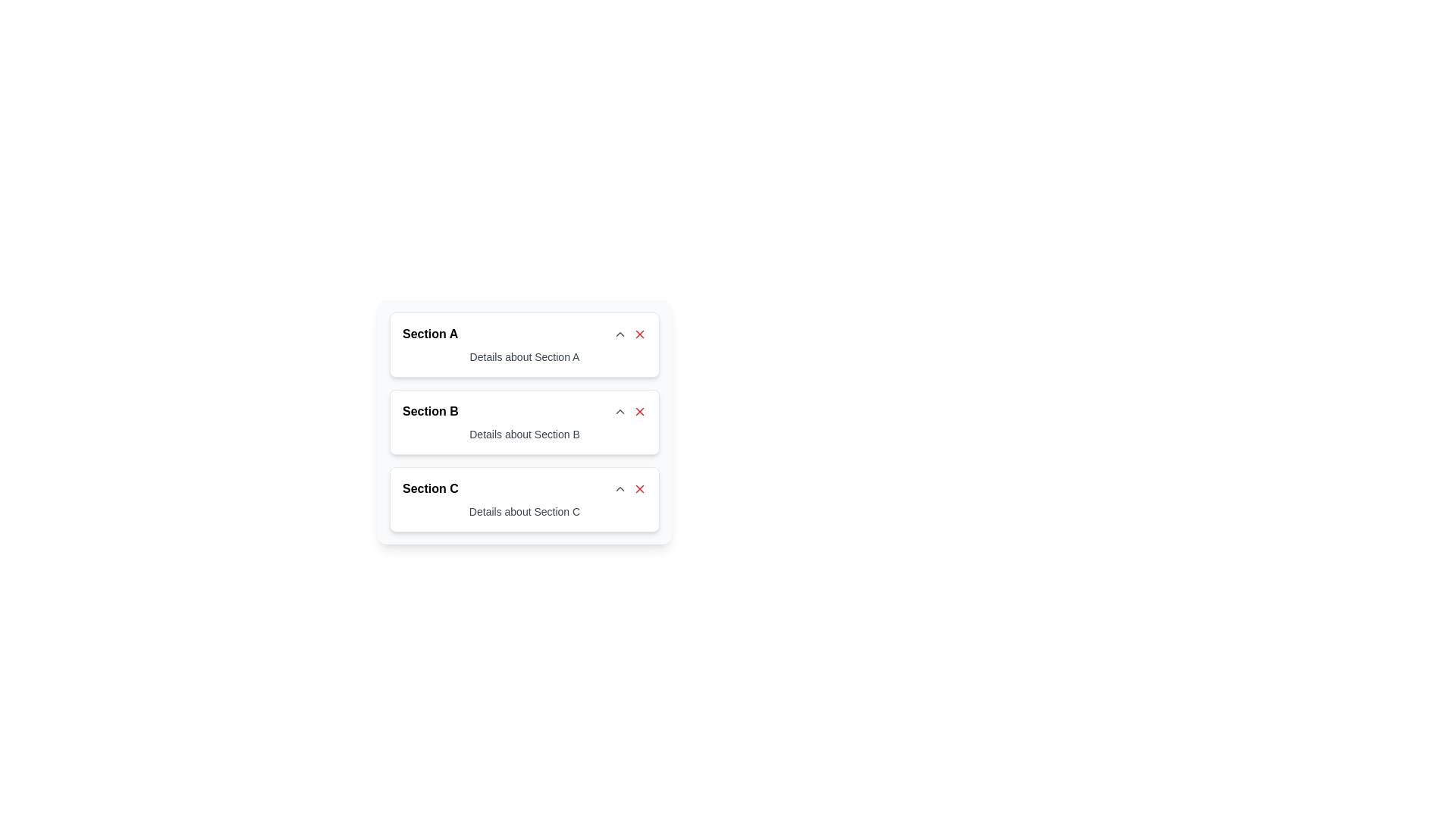 The height and width of the screenshot is (819, 1456). What do you see at coordinates (429, 488) in the screenshot?
I see `the Text Label that serves as a header for the collapsible section labeled 'Section C'` at bounding box center [429, 488].